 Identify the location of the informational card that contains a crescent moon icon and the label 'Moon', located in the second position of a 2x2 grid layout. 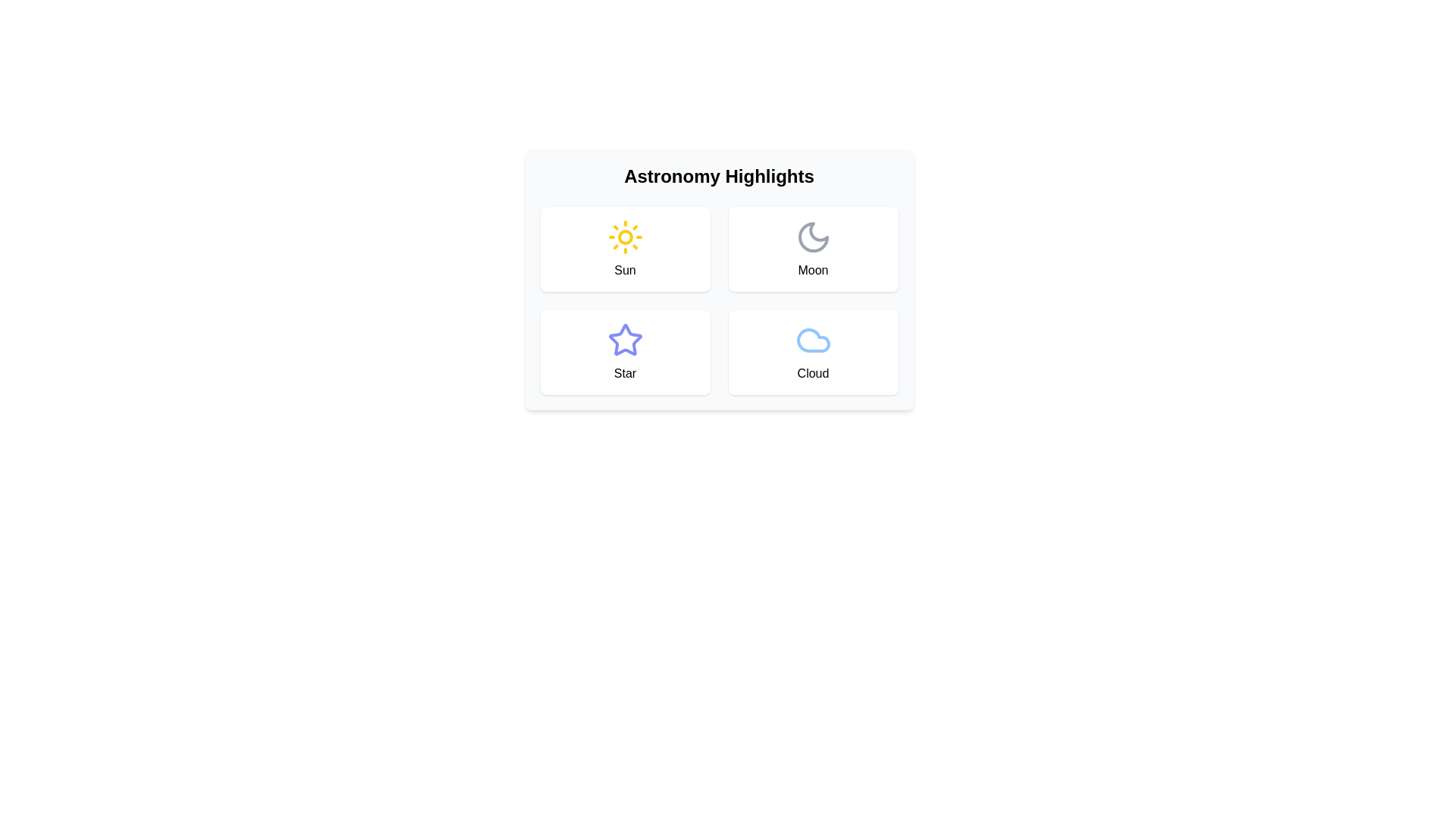
(812, 248).